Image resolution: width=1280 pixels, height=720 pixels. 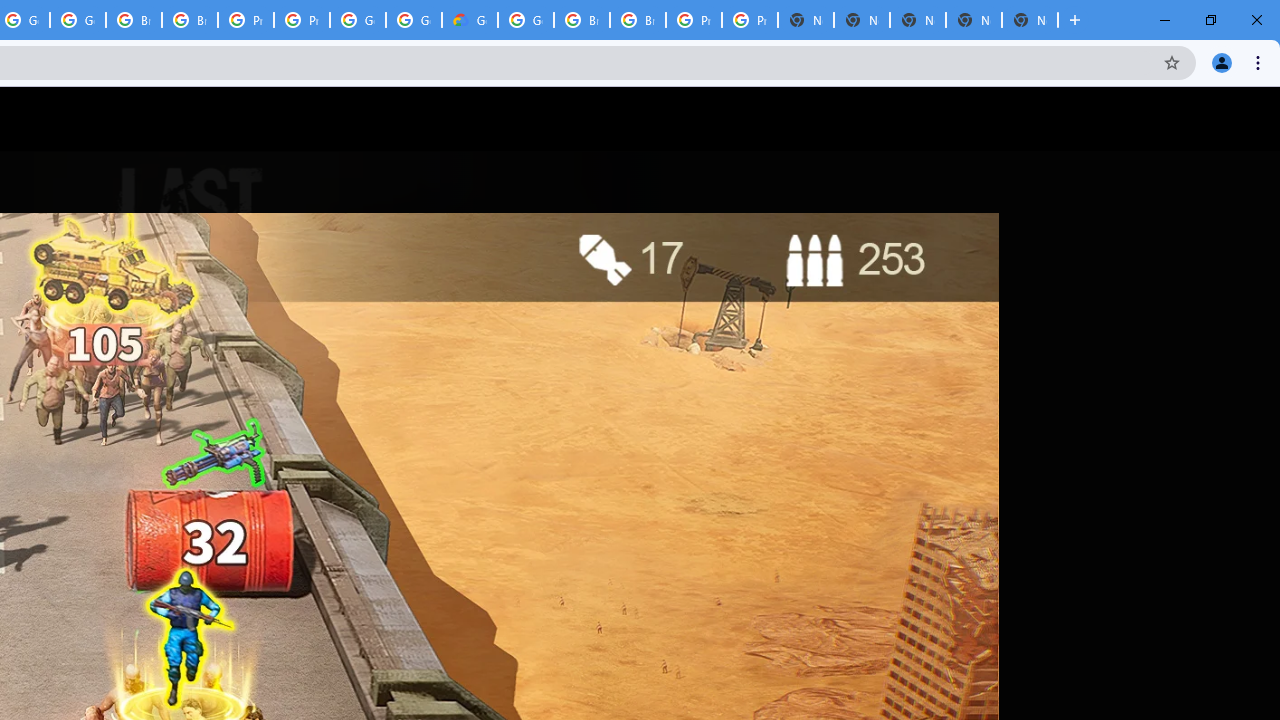 What do you see at coordinates (1030, 20) in the screenshot?
I see `'New Tab'` at bounding box center [1030, 20].